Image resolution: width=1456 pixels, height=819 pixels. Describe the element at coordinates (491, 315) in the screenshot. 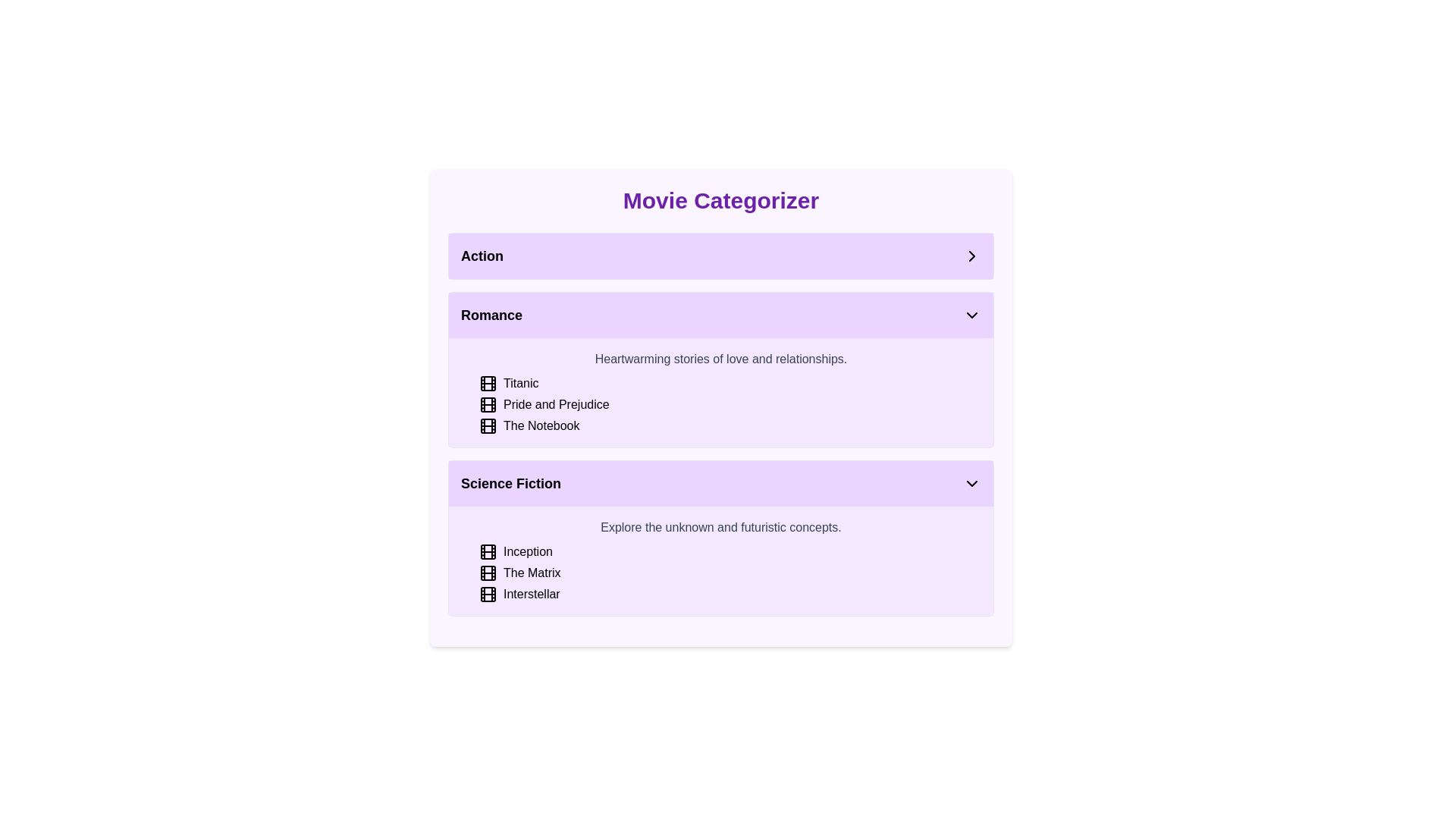

I see `the 'Romance' category label which indicates the genre for the associated section, serving as a primary textual header` at that location.